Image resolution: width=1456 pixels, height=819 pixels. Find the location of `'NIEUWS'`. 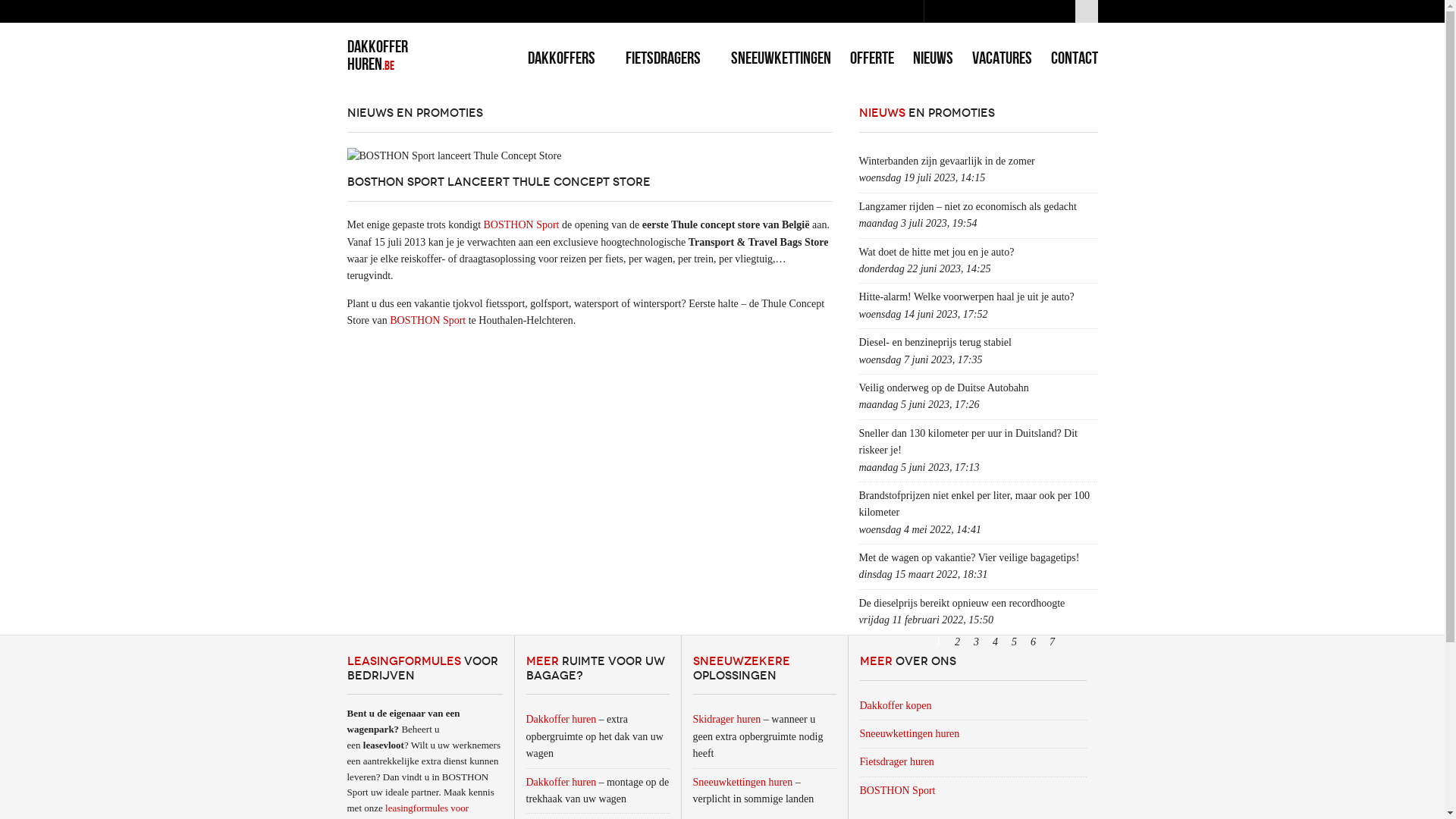

'NIEUWS' is located at coordinates (932, 57).